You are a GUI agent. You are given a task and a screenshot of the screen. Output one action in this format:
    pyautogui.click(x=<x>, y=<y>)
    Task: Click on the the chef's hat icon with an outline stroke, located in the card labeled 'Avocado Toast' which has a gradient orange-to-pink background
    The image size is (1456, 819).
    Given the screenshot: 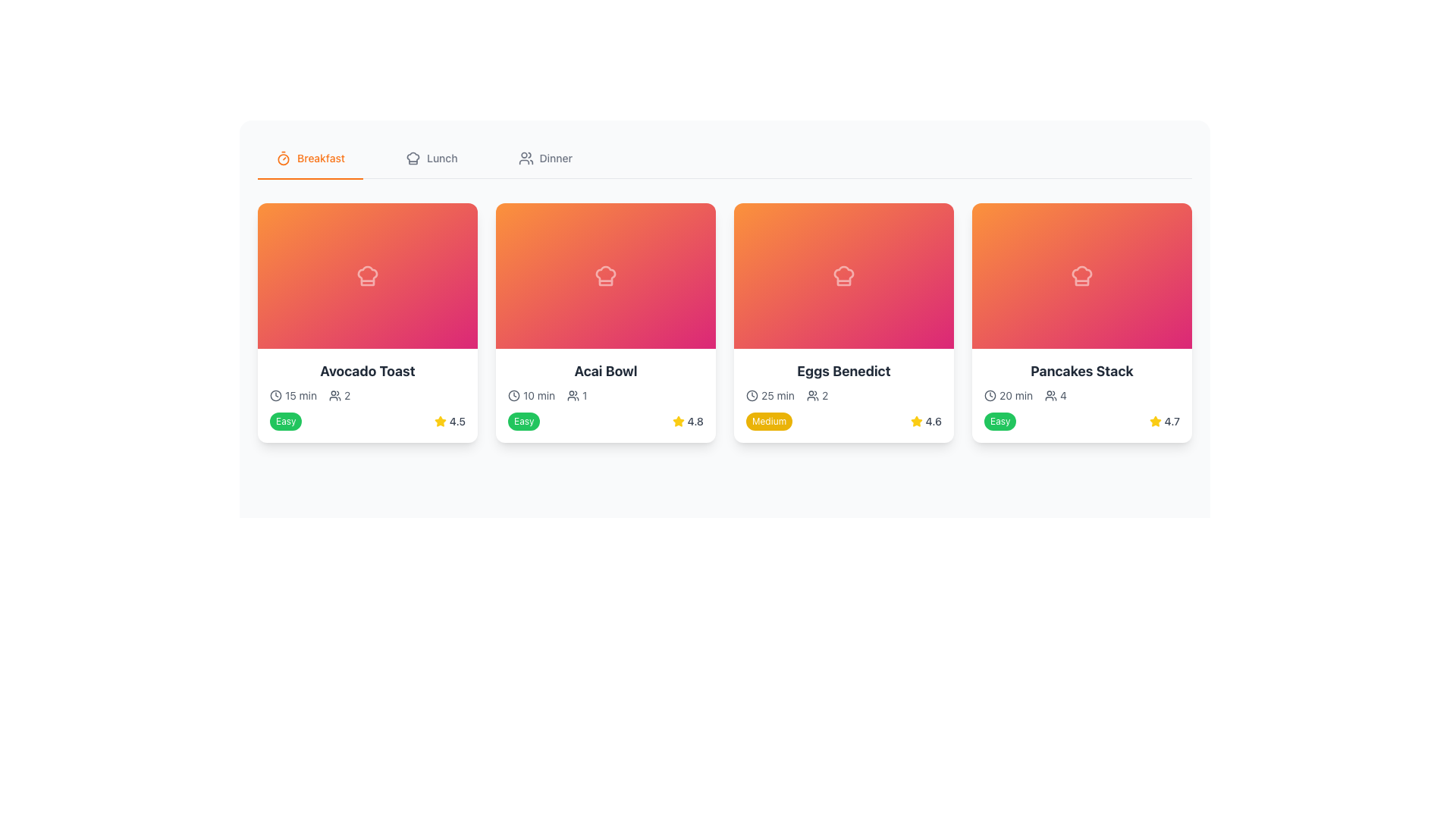 What is the action you would take?
    pyautogui.click(x=367, y=275)
    